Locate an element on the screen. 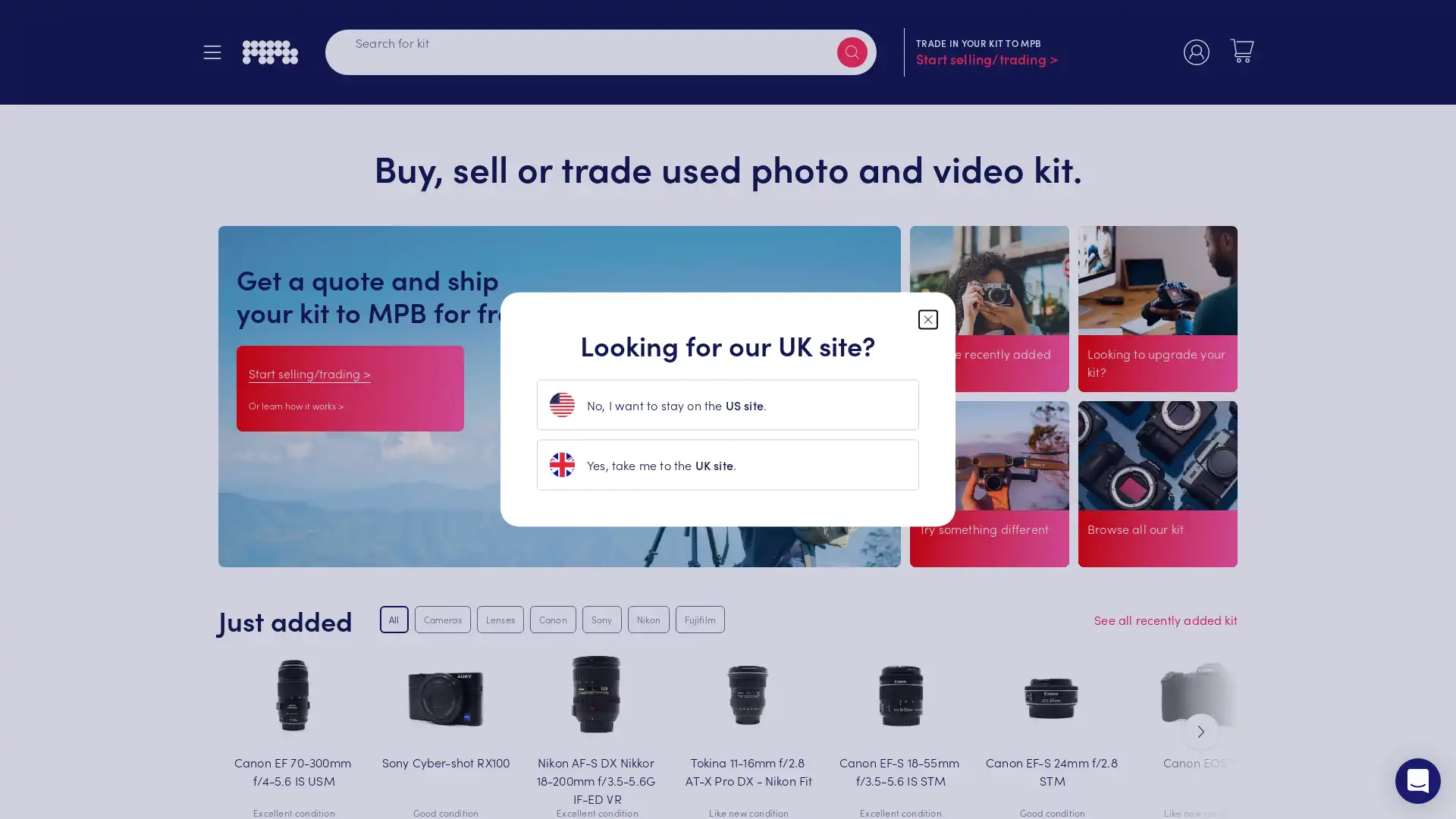 The width and height of the screenshot is (1456, 819). Recently added kit is located at coordinates (969, 394).